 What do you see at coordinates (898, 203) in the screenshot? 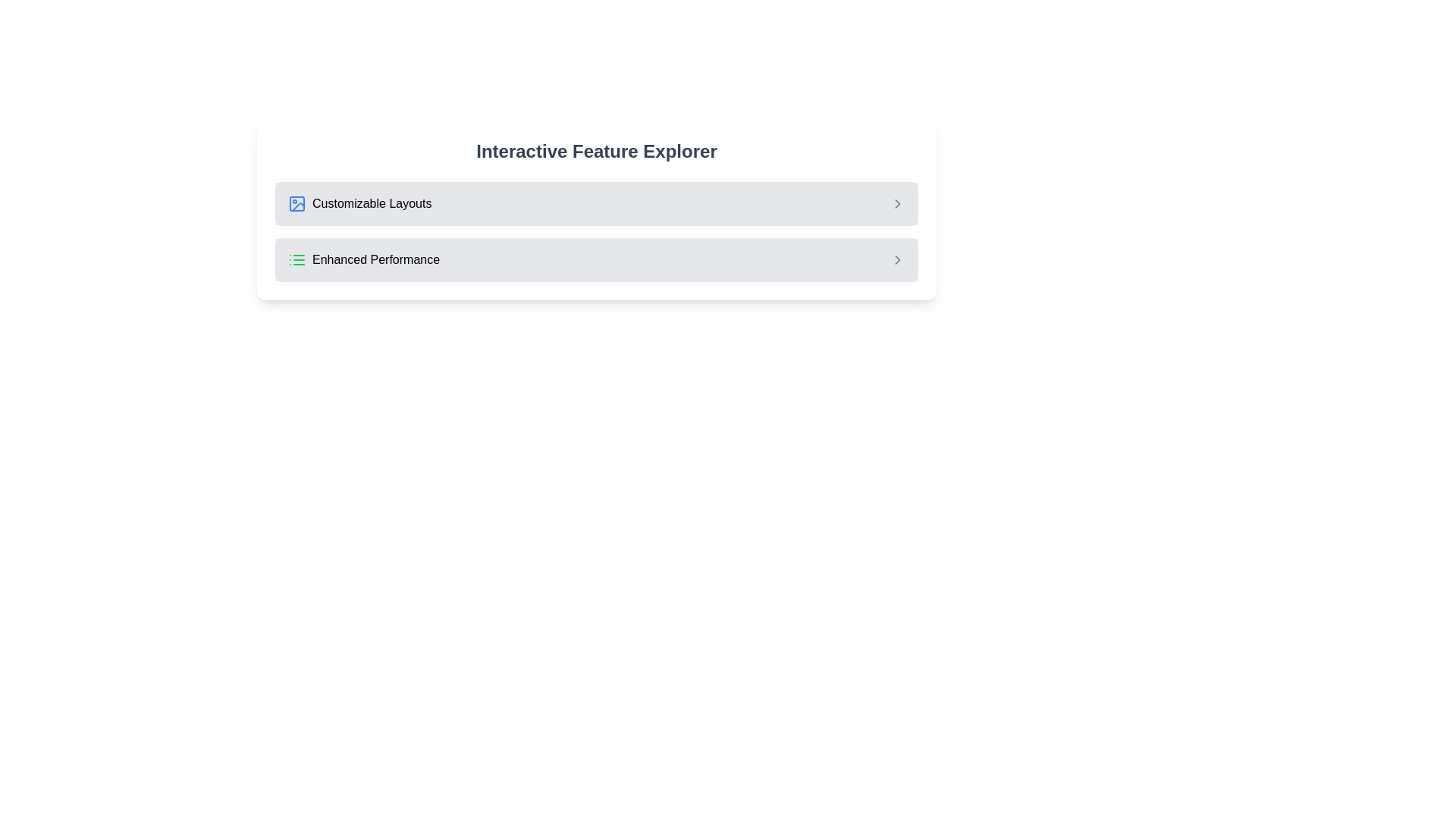
I see `the Chevron-style arrow icon on the right side of the 'Customizable Layouts' menu item for interaction feedback` at bounding box center [898, 203].